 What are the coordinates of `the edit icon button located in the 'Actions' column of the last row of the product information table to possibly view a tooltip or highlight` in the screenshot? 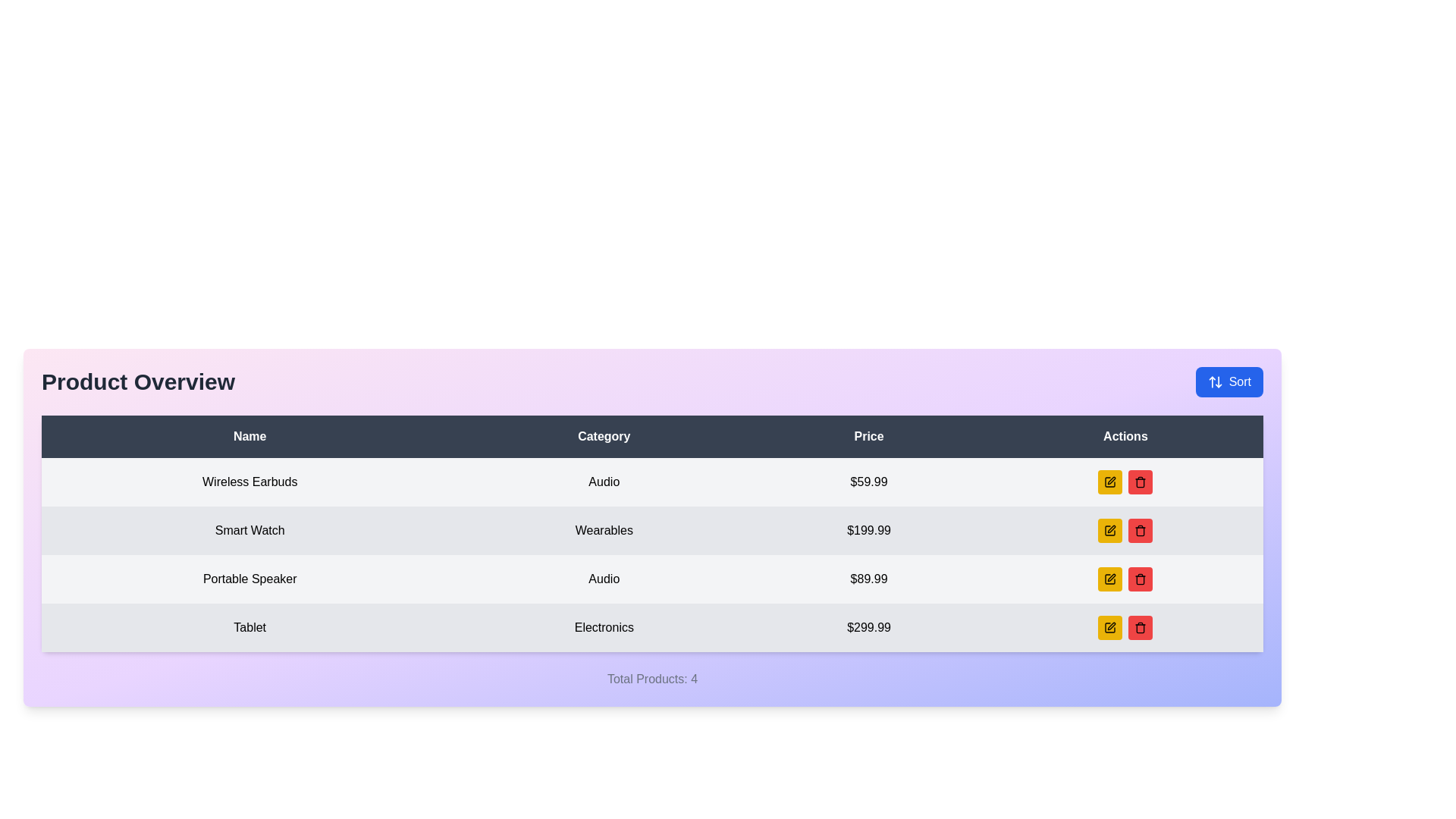 It's located at (1110, 579).